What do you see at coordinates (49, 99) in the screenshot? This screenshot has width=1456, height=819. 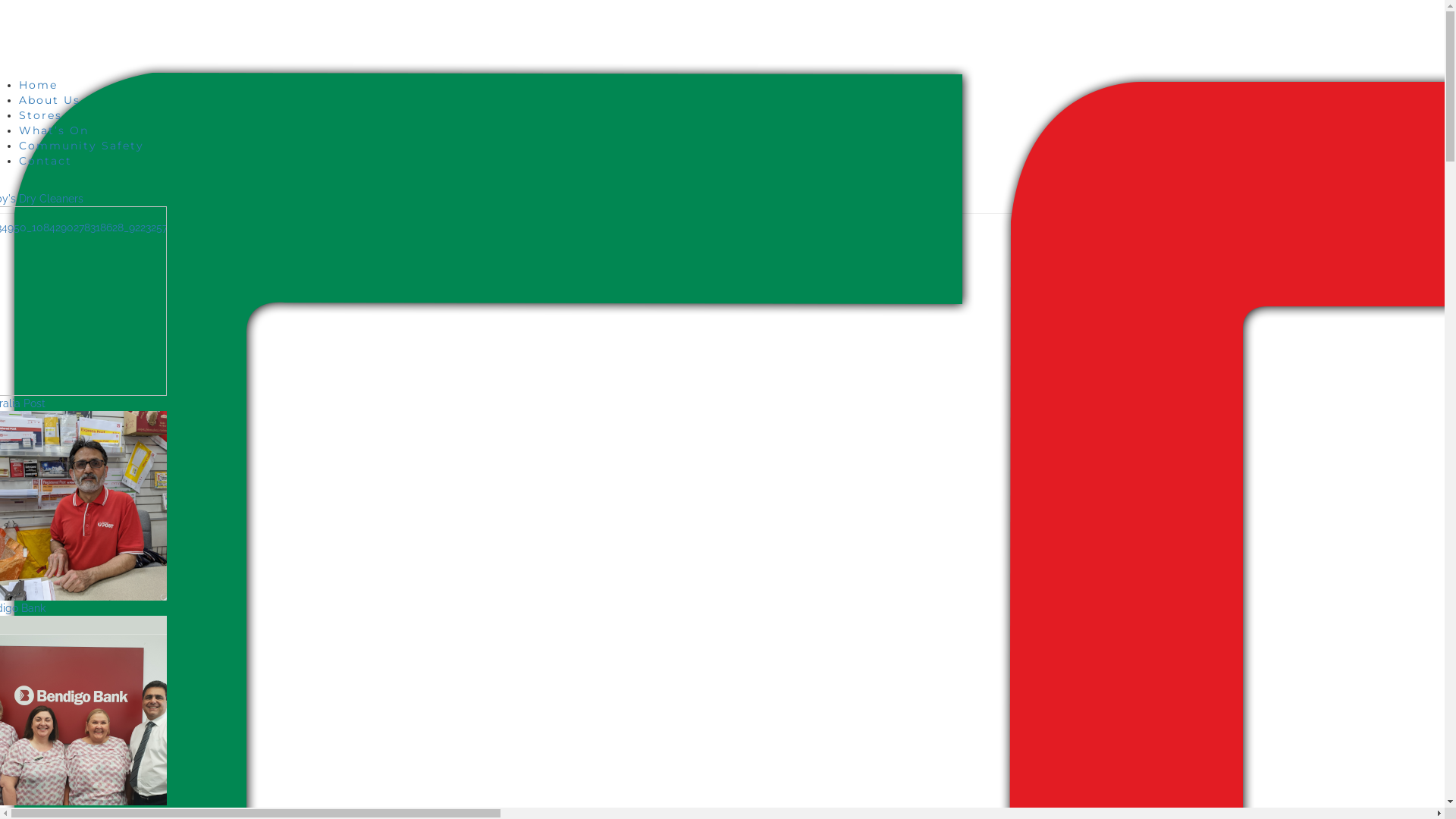 I see `'About Us'` at bounding box center [49, 99].